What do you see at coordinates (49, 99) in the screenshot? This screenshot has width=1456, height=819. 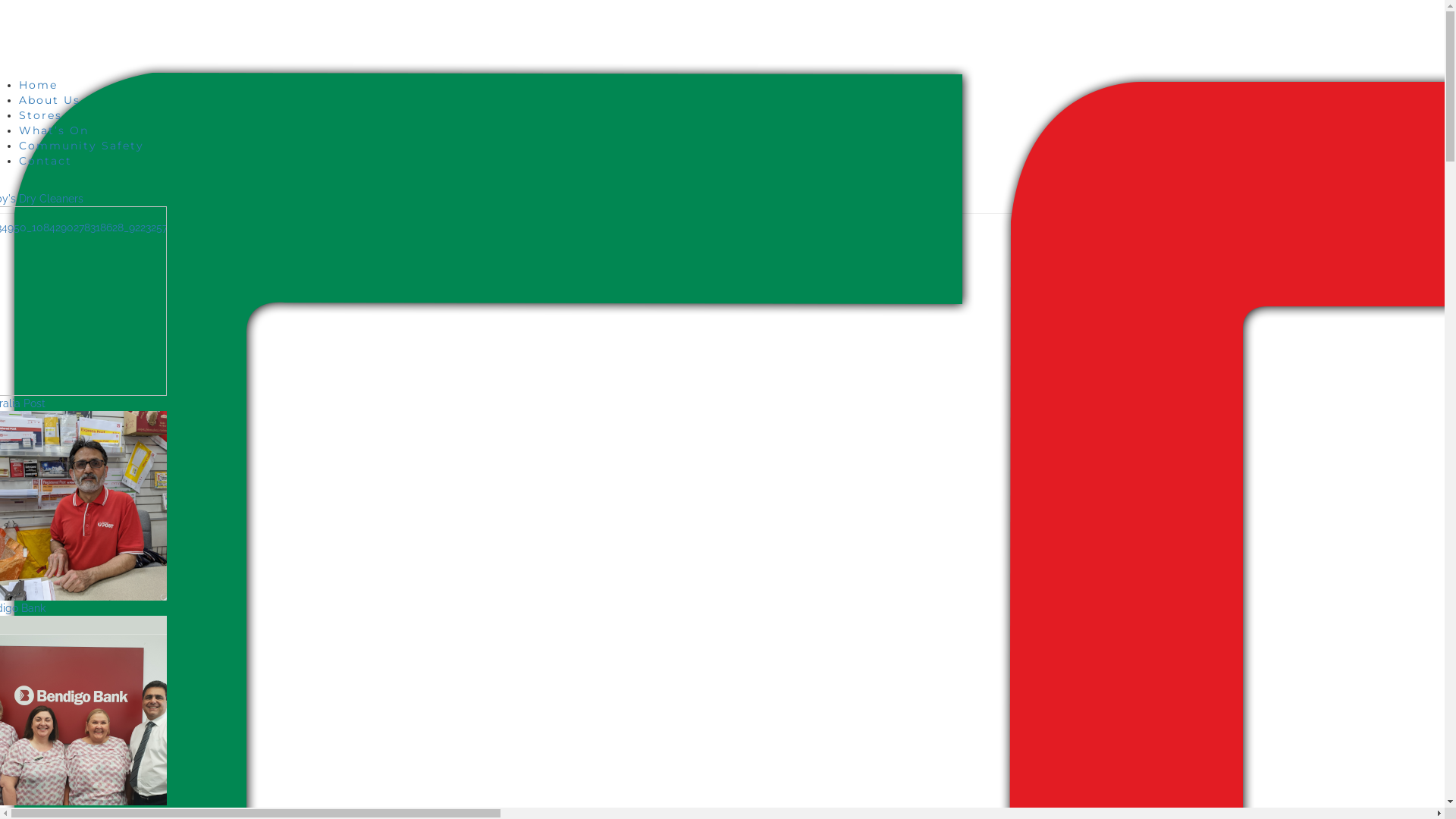 I see `'About Us'` at bounding box center [49, 99].